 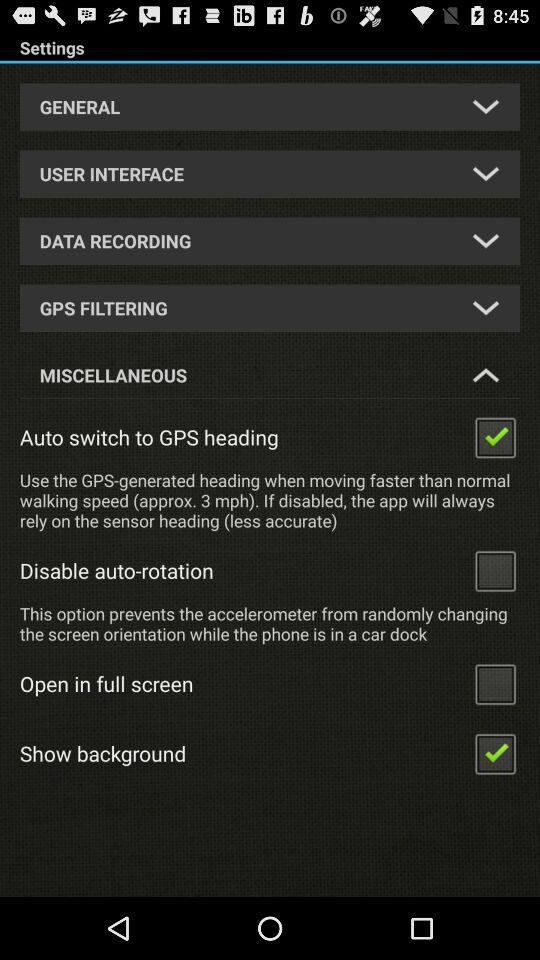 I want to click on select, so click(x=494, y=752).